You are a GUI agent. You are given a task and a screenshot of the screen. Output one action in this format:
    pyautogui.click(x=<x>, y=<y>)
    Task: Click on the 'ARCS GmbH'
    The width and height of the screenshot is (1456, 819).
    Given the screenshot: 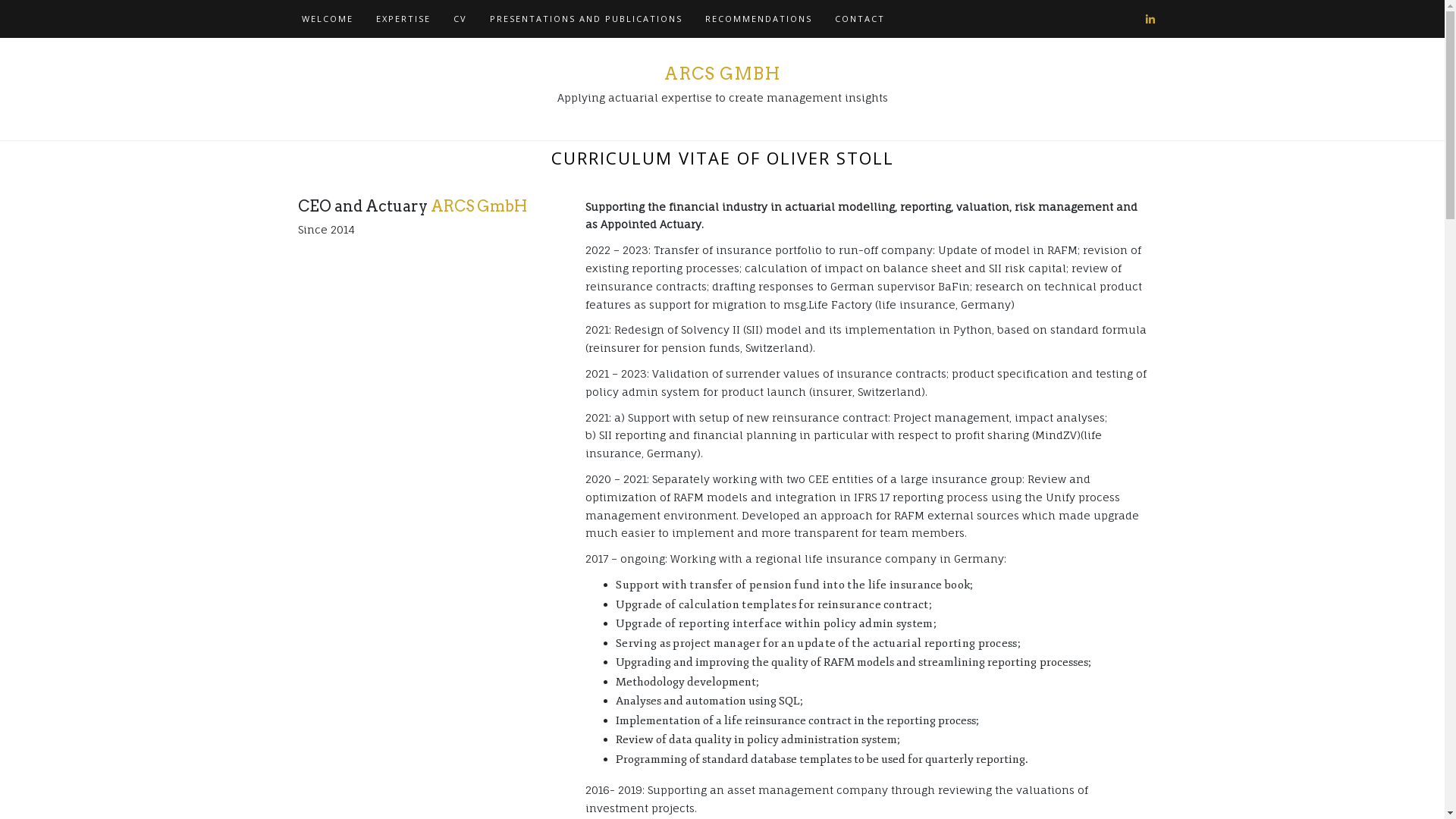 What is the action you would take?
    pyautogui.click(x=478, y=206)
    